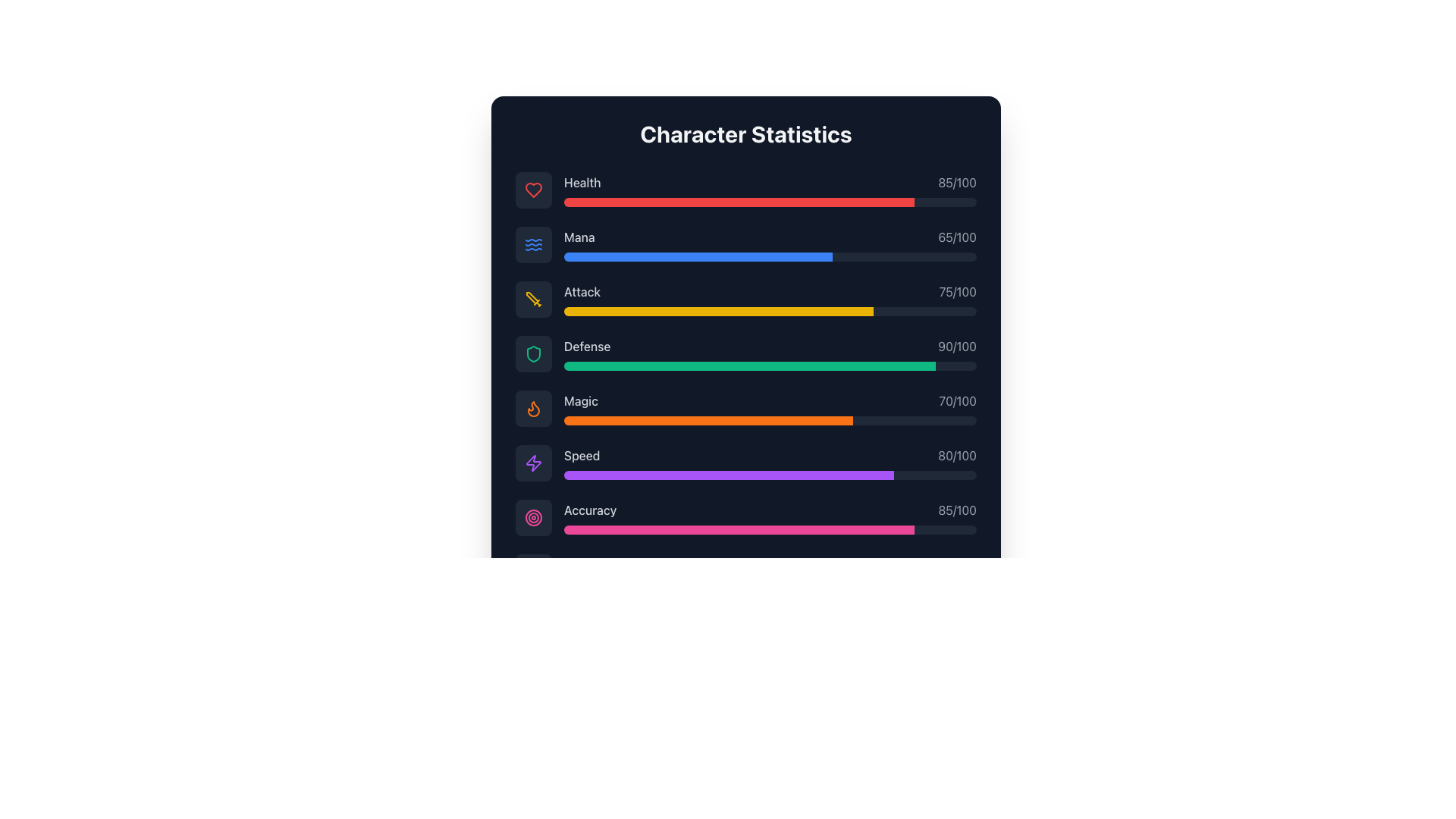 The image size is (1456, 819). Describe the element at coordinates (956, 510) in the screenshot. I see `the Text label displaying the numerical accuracy score for a character attribute, located at the bottom right of the 'Accuracy' row` at that location.